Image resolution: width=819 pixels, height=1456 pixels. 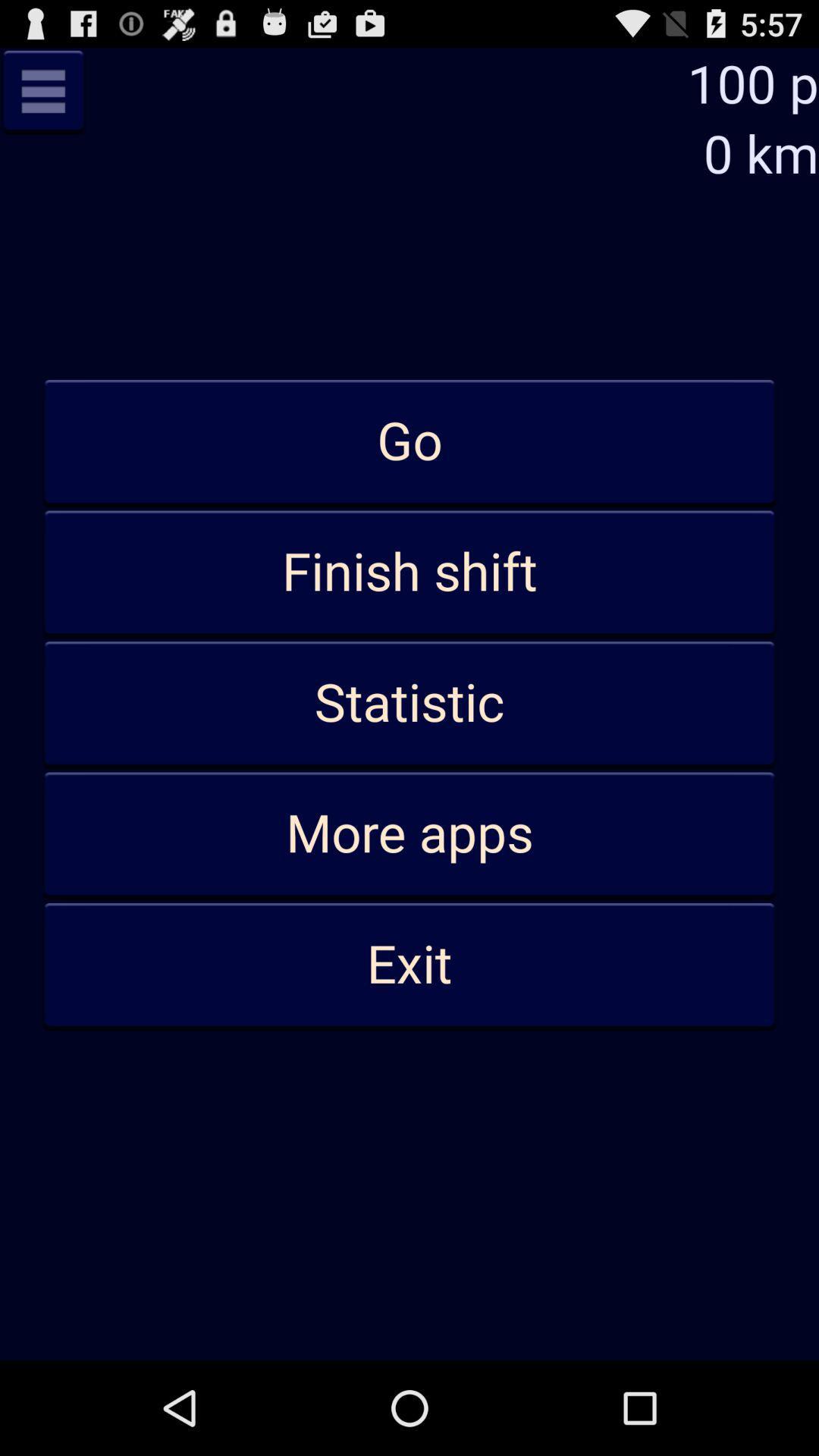 What do you see at coordinates (409, 441) in the screenshot?
I see `item below the 0 km` at bounding box center [409, 441].